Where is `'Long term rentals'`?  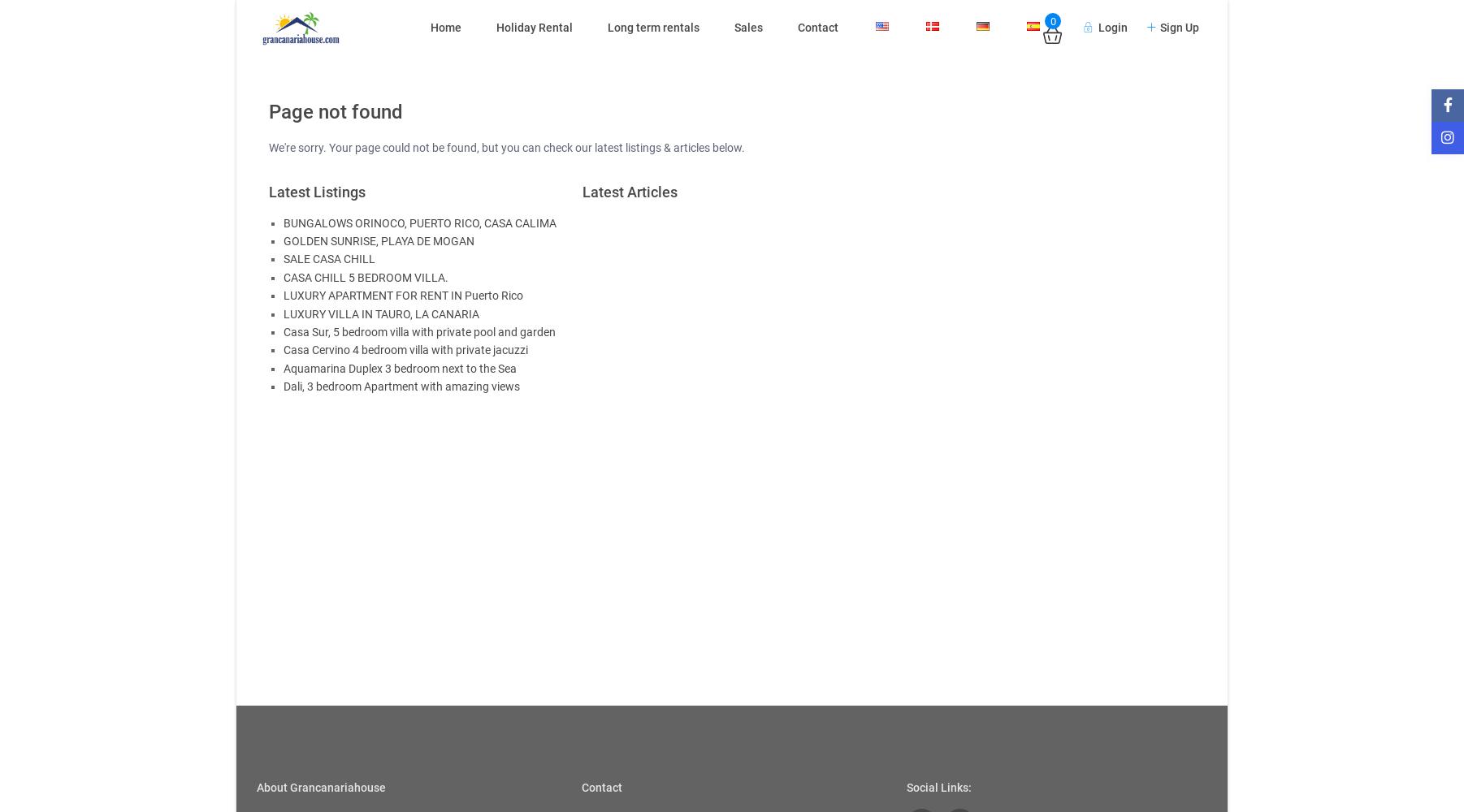
'Long term rentals' is located at coordinates (605, 28).